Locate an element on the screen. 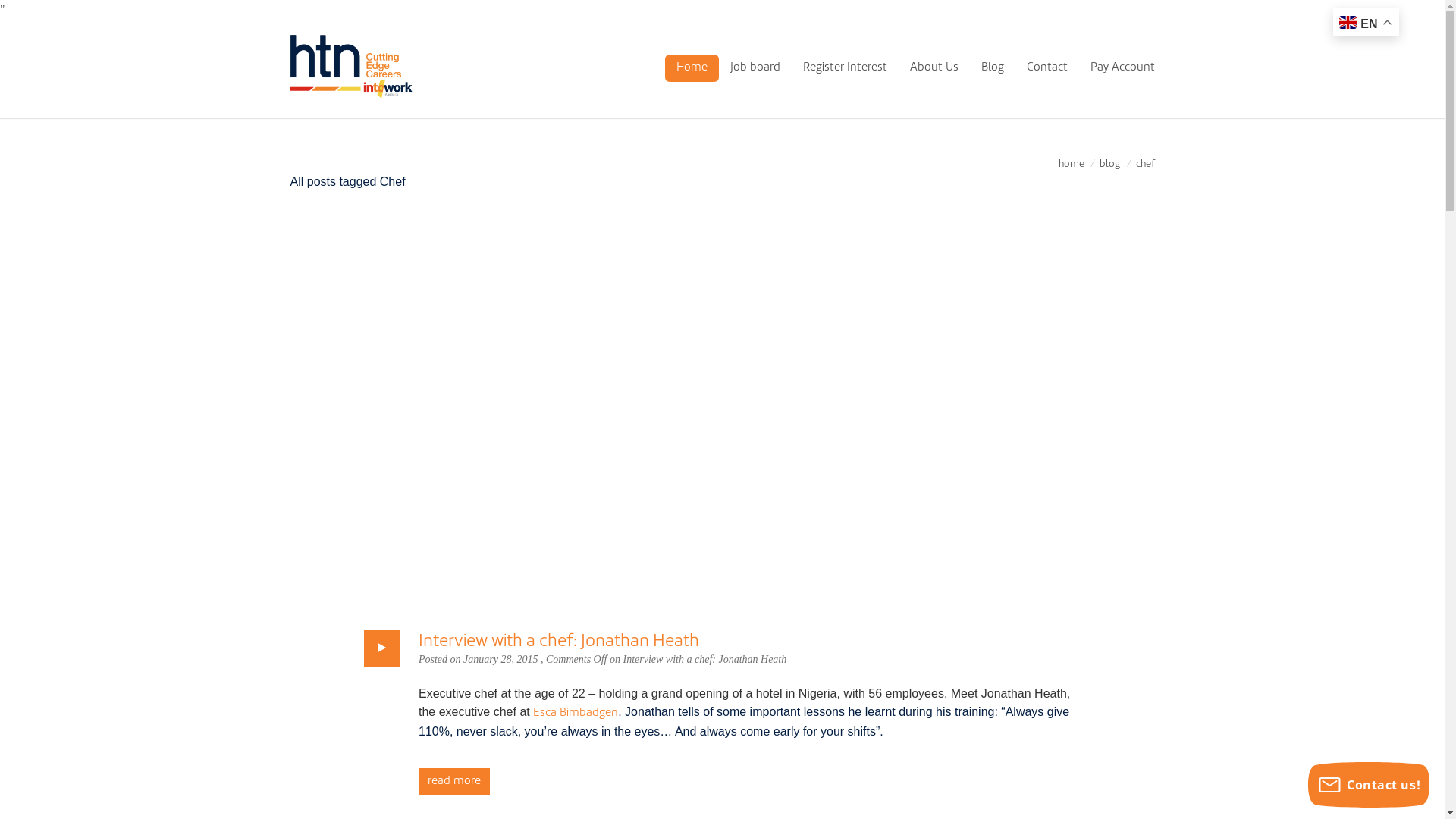  'blog' is located at coordinates (1109, 164).